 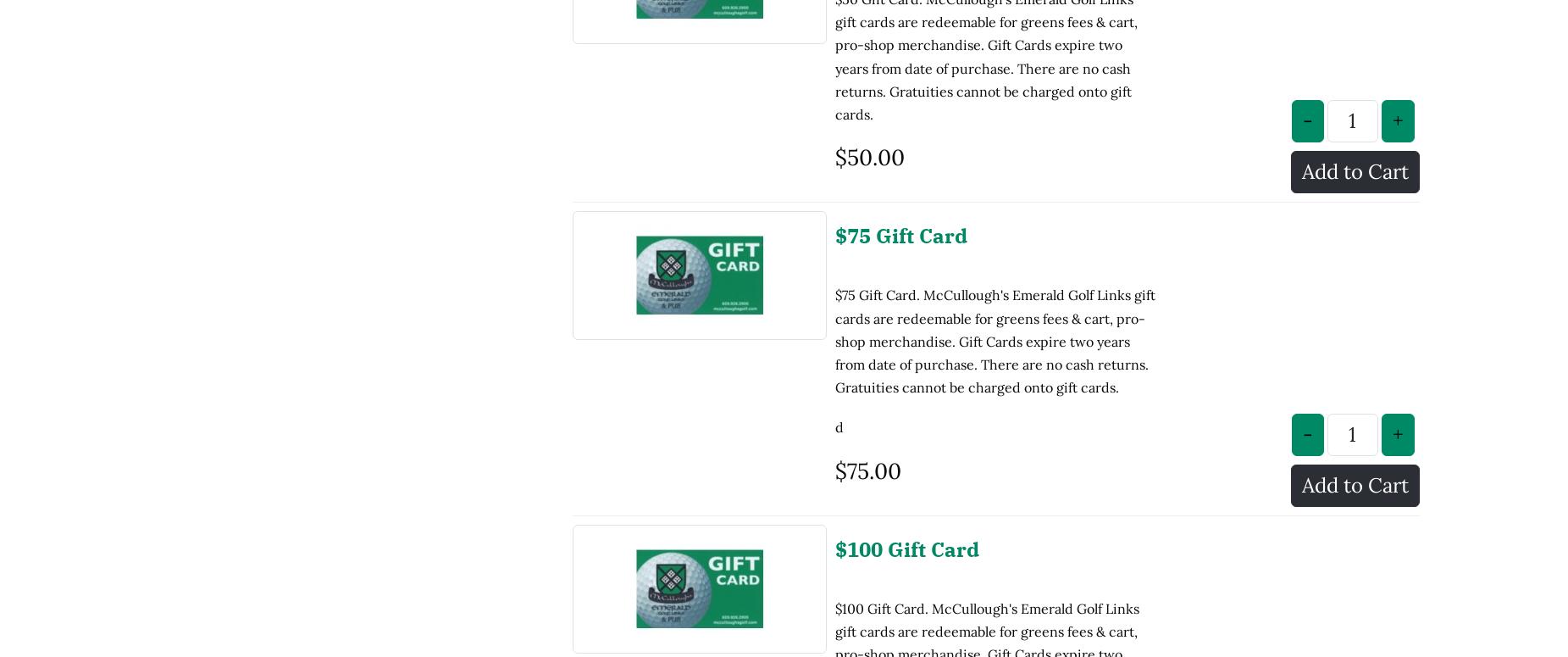 What do you see at coordinates (844, 622) in the screenshot?
I see `'d d'` at bounding box center [844, 622].